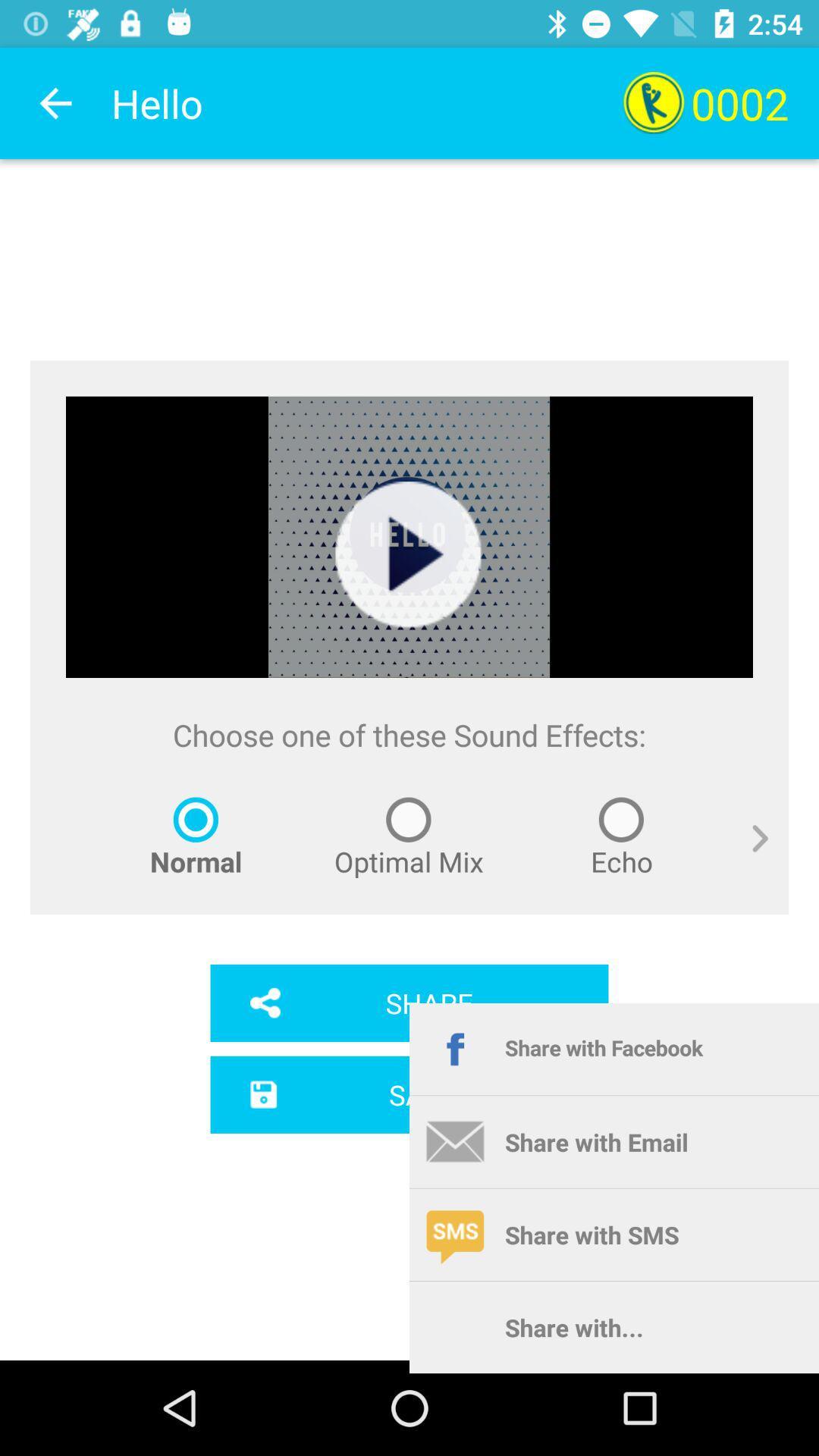 The image size is (819, 1456). Describe the element at coordinates (409, 1094) in the screenshot. I see `the save` at that location.